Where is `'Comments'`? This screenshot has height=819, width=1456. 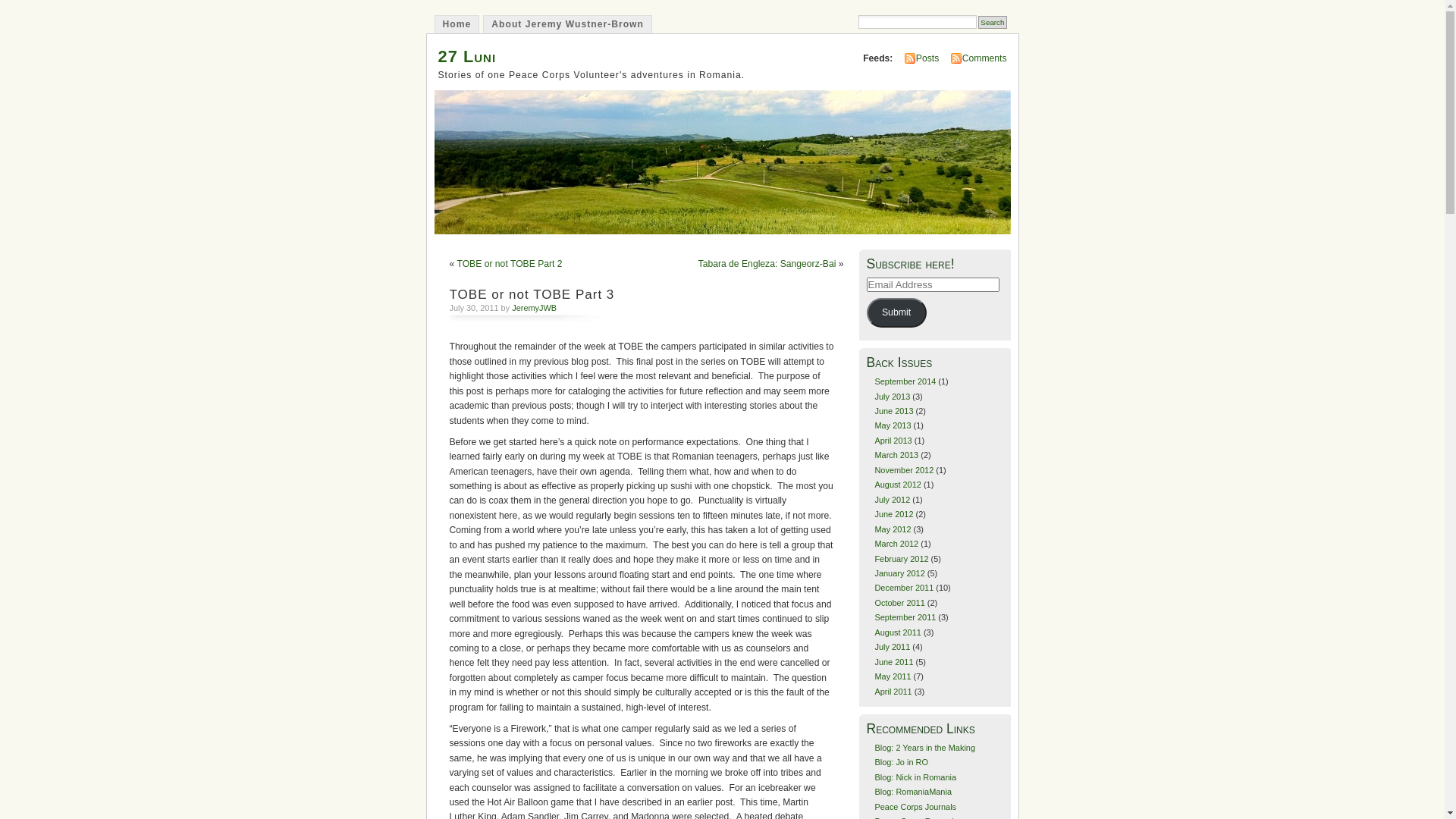
'Comments' is located at coordinates (984, 58).